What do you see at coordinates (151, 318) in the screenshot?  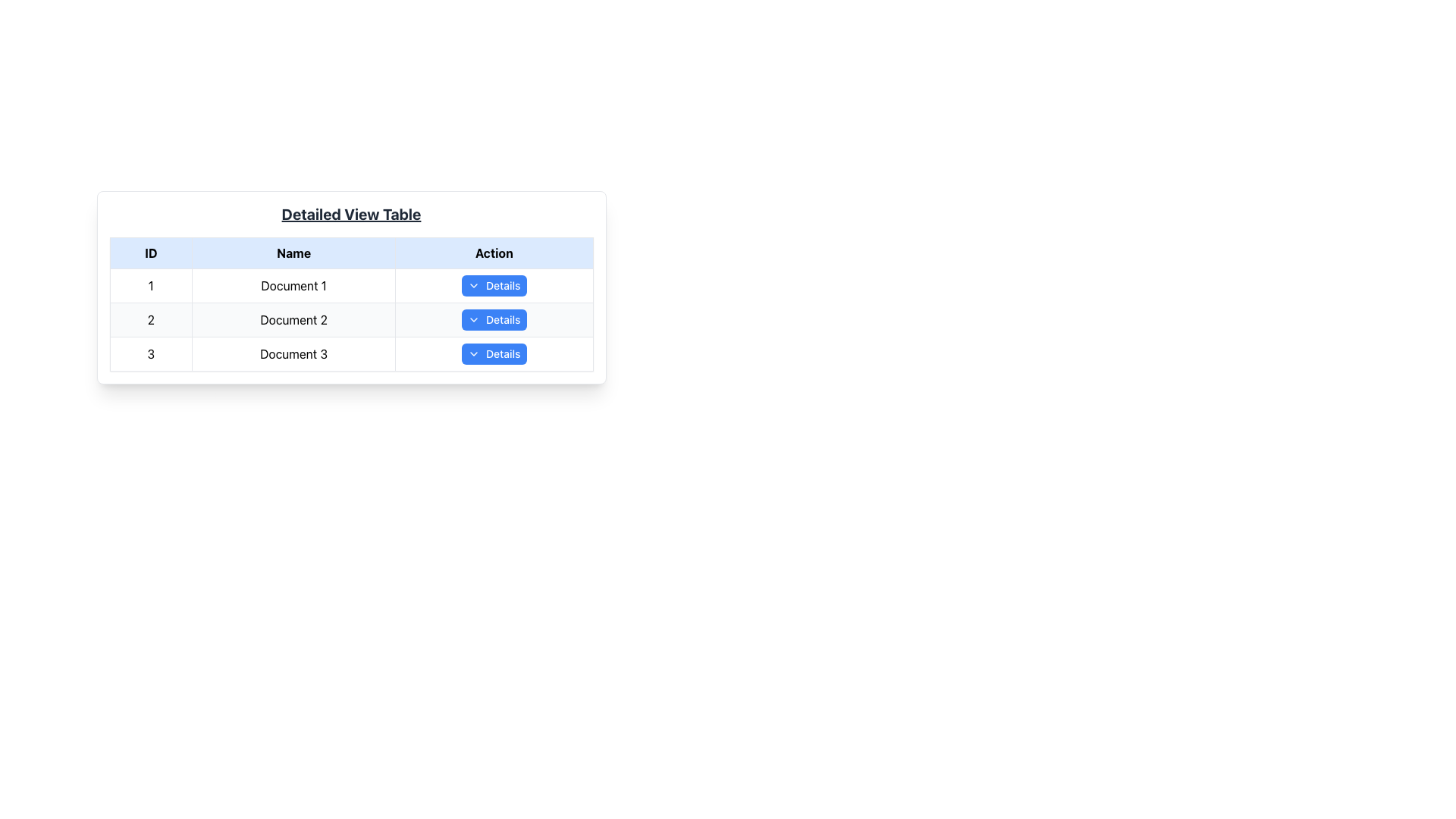 I see `the Text Cell displaying the identifier '2' in the first column of the second row of the data table` at bounding box center [151, 318].